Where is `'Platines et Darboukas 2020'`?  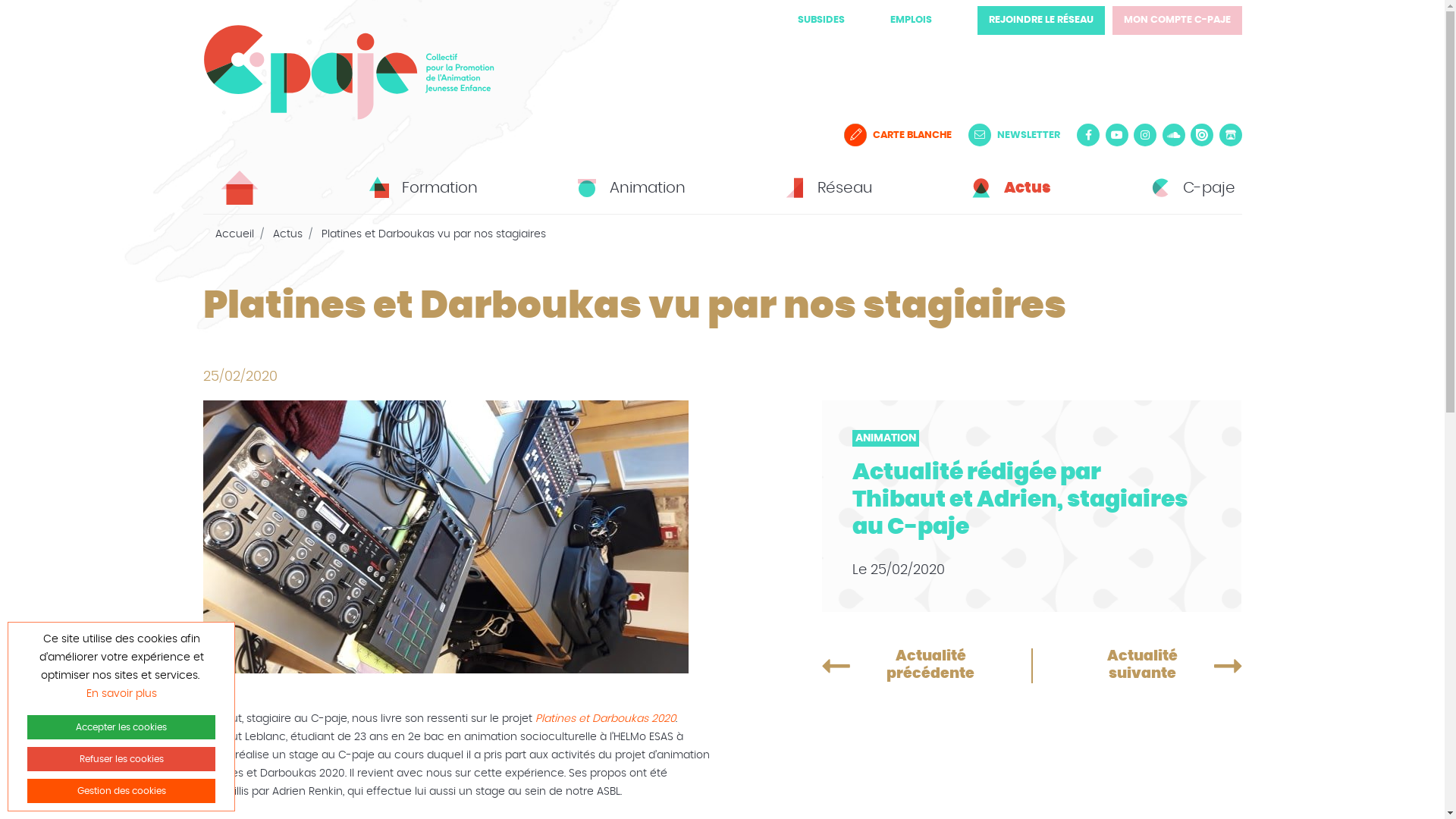
'Platines et Darboukas 2020' is located at coordinates (535, 718).